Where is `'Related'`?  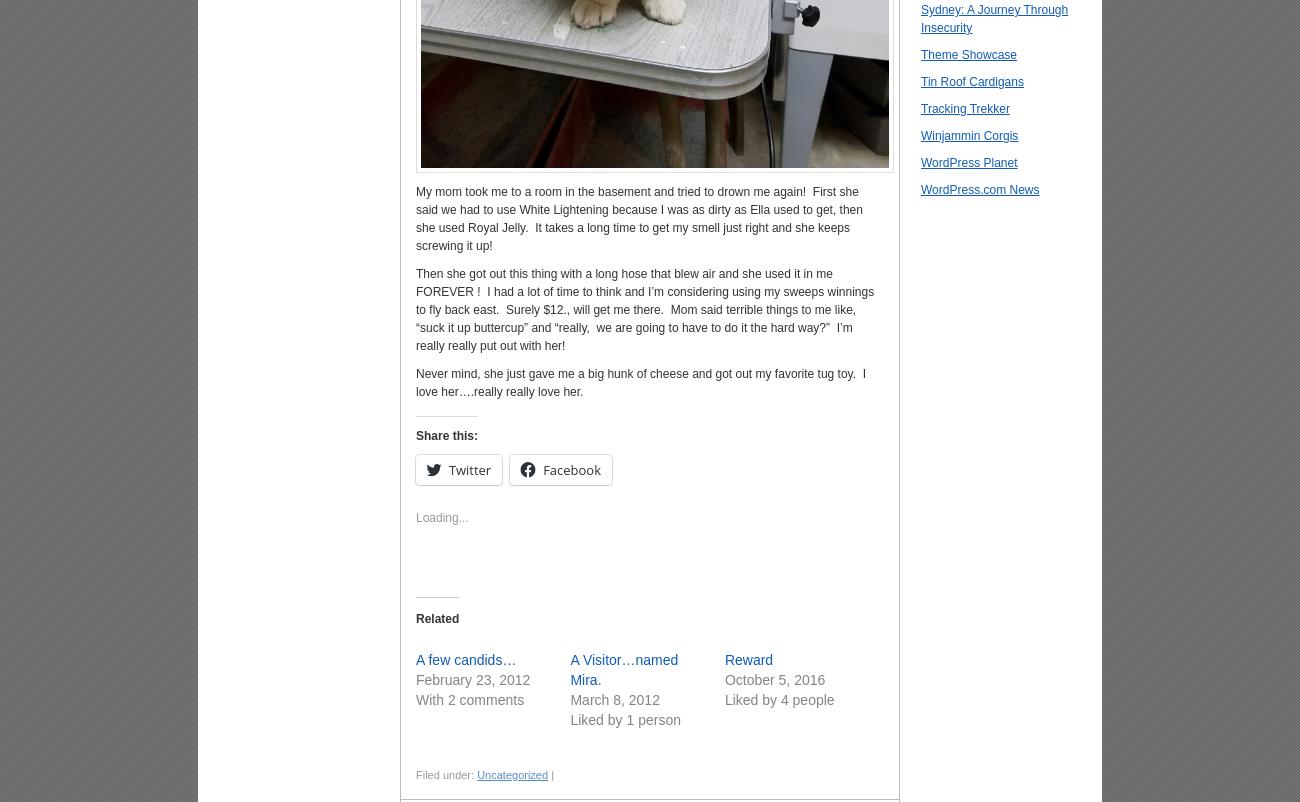 'Related' is located at coordinates (436, 617).